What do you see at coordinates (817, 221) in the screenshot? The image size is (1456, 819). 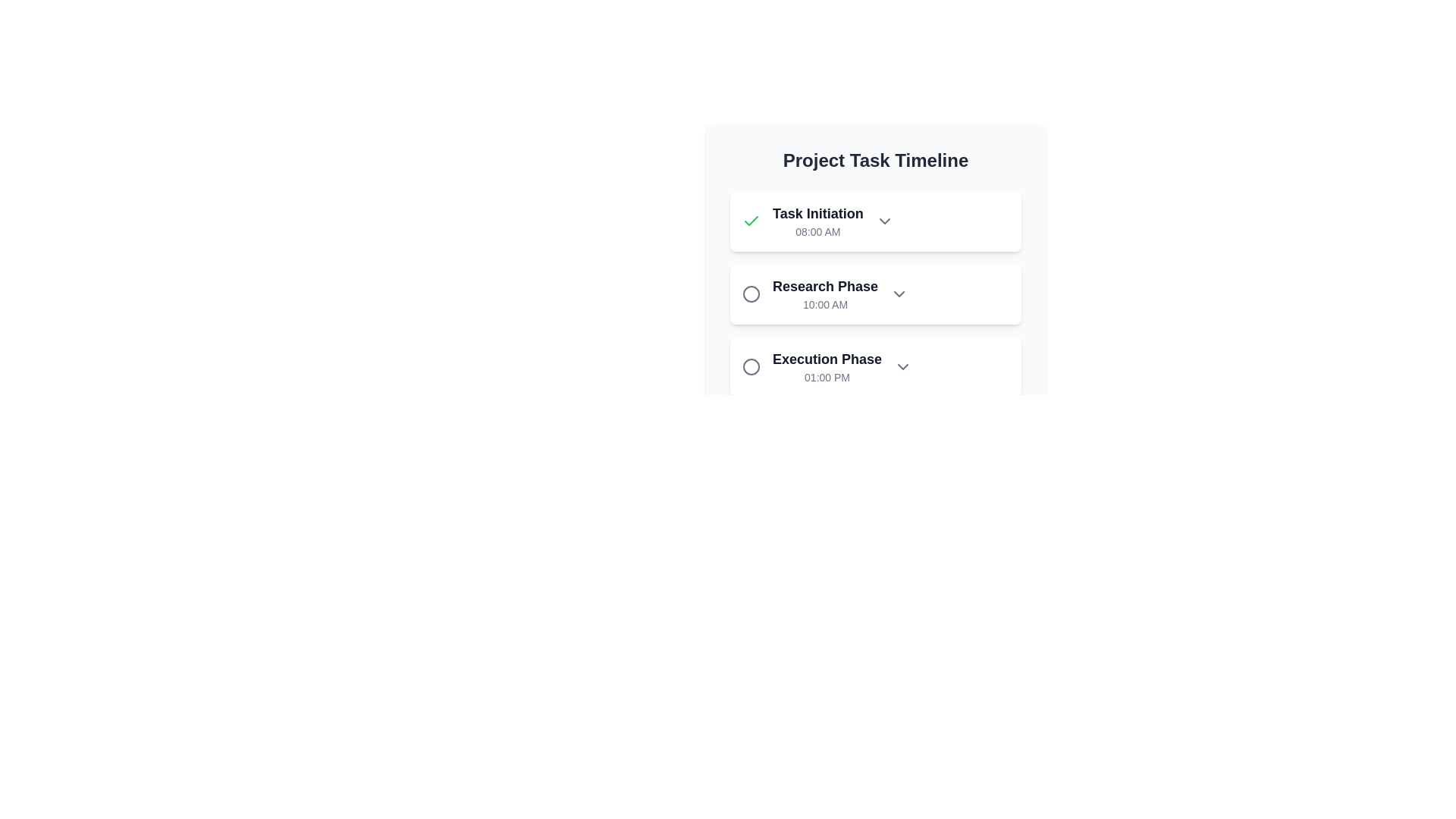 I see `Text Display element that shows the event's title and scheduled time, located in the upper section of a list-like interface` at bounding box center [817, 221].